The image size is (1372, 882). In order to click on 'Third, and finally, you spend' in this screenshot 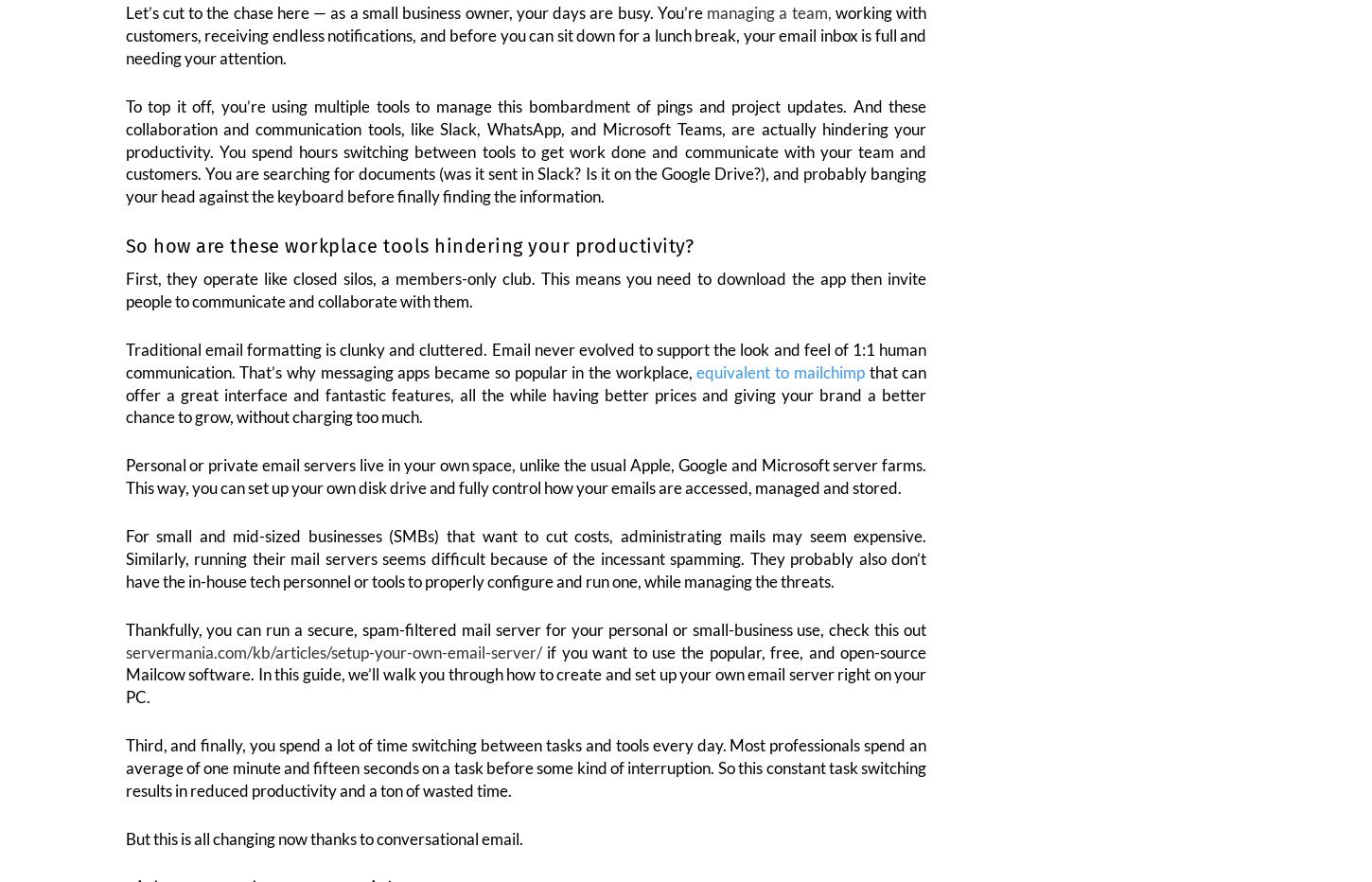, I will do `click(223, 757)`.